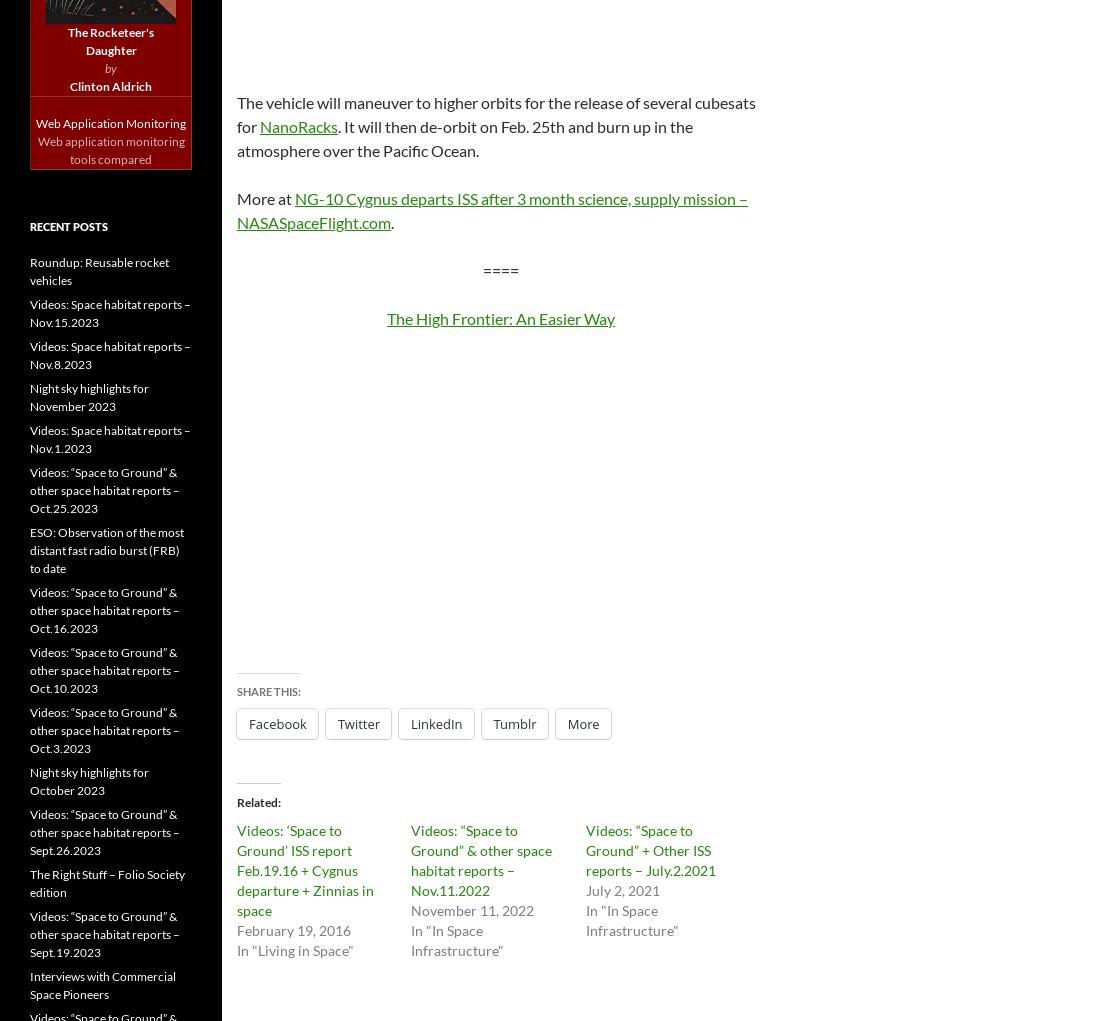 The image size is (1100, 1021). I want to click on 'Videos: “Space to Ground” & other space habitat reports – Oct.10.2023', so click(105, 670).